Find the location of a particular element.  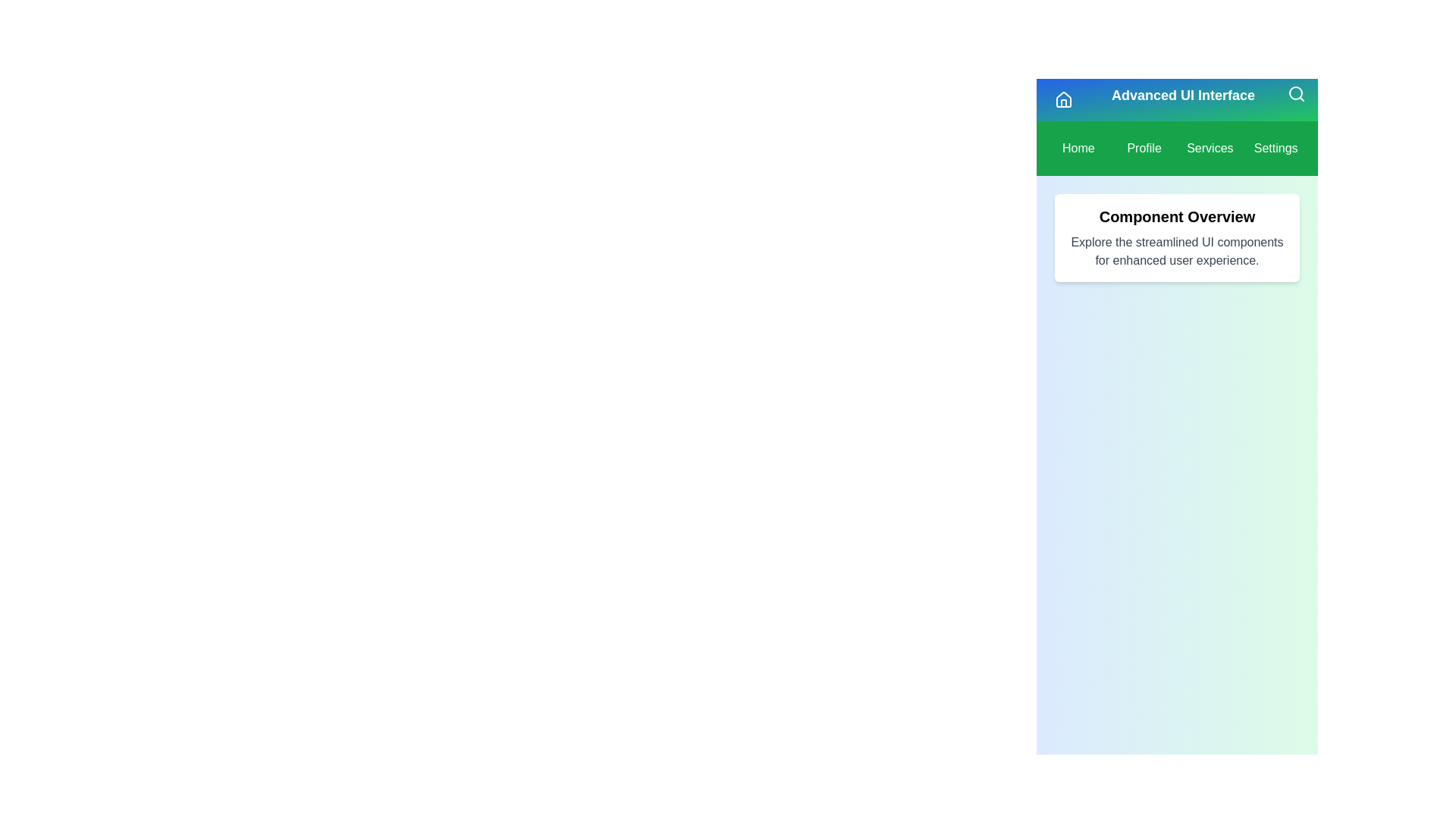

the menu item Services to navigate to the corresponding section is located at coordinates (1209, 149).